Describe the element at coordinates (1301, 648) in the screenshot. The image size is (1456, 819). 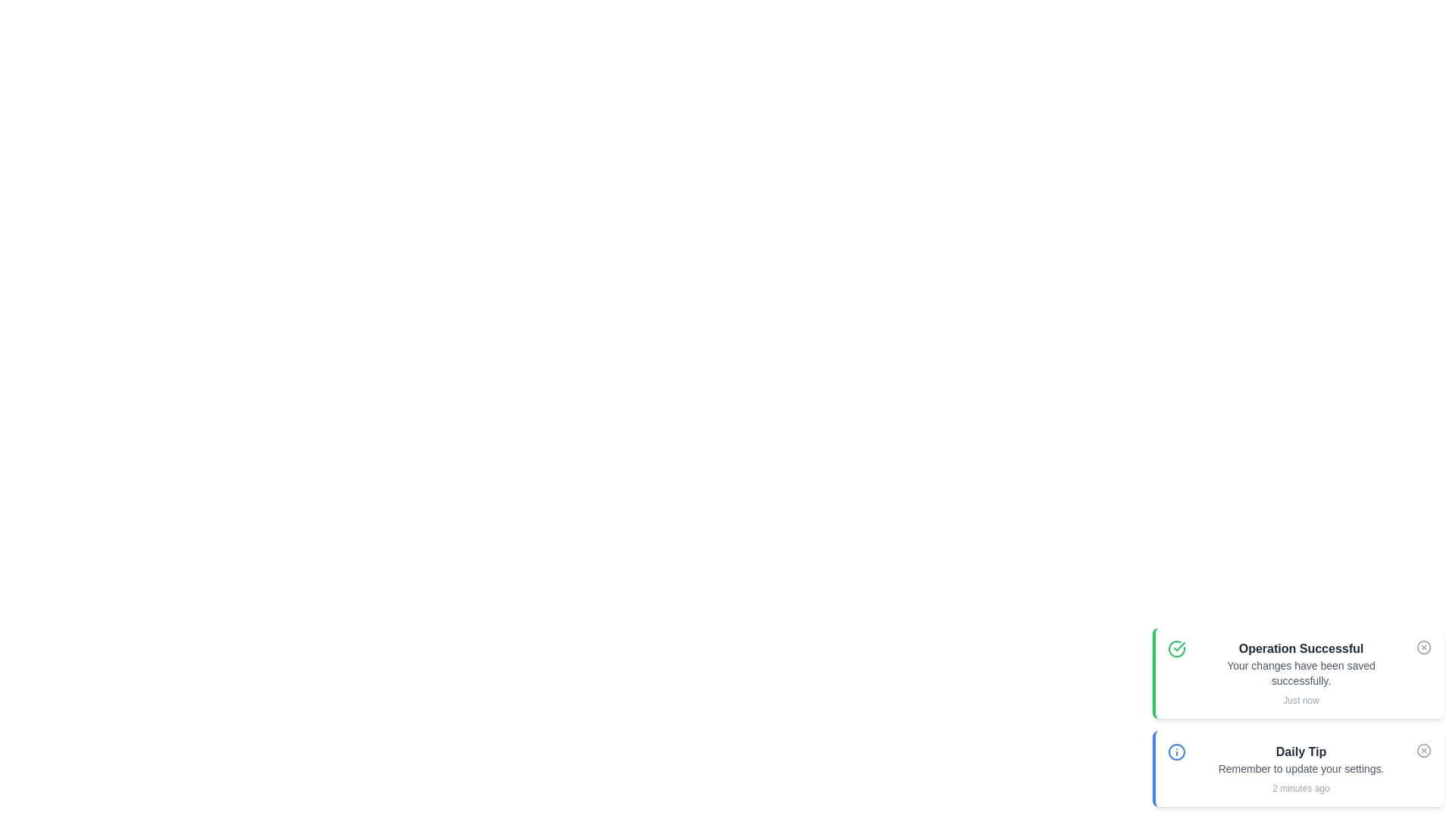
I see `the text label that indicates successful completion of an operation, located in the bottom-right corner of the interface` at that location.